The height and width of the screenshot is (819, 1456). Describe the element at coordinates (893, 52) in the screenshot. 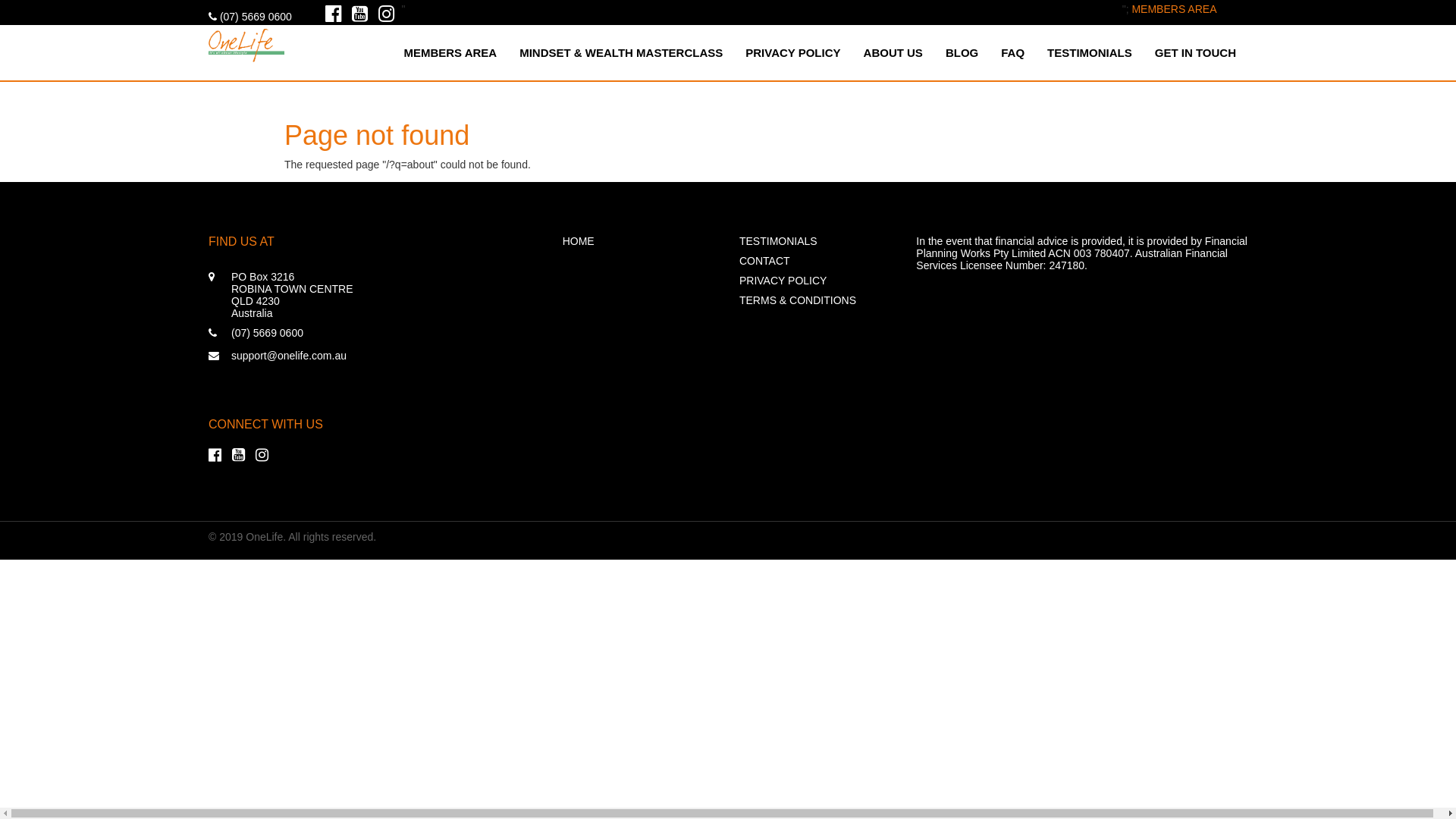

I see `'ABOUT US'` at that location.